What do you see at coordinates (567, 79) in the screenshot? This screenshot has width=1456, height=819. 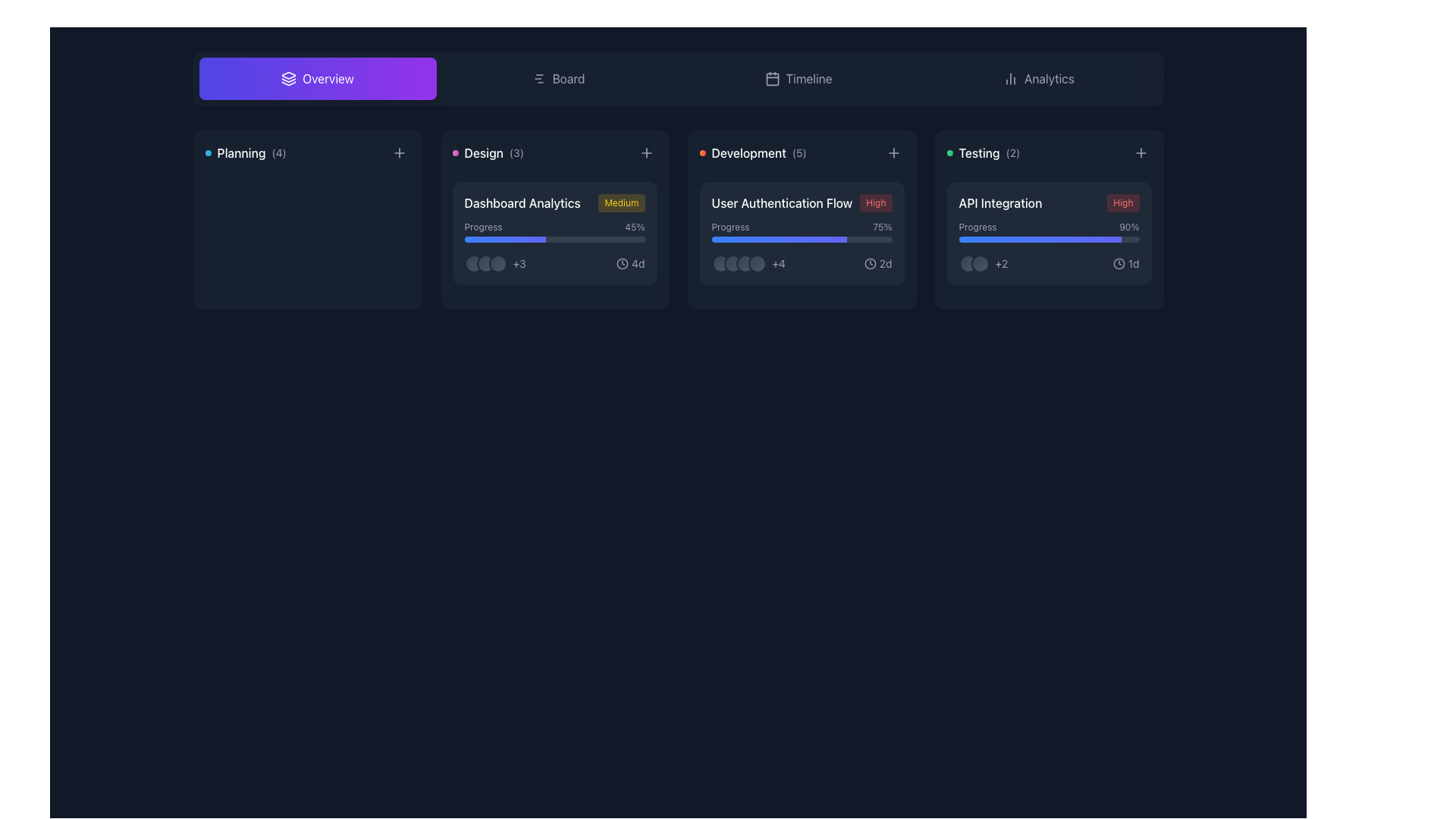 I see `the 'Board' text label in the navigation bar at the top of the interface` at bounding box center [567, 79].